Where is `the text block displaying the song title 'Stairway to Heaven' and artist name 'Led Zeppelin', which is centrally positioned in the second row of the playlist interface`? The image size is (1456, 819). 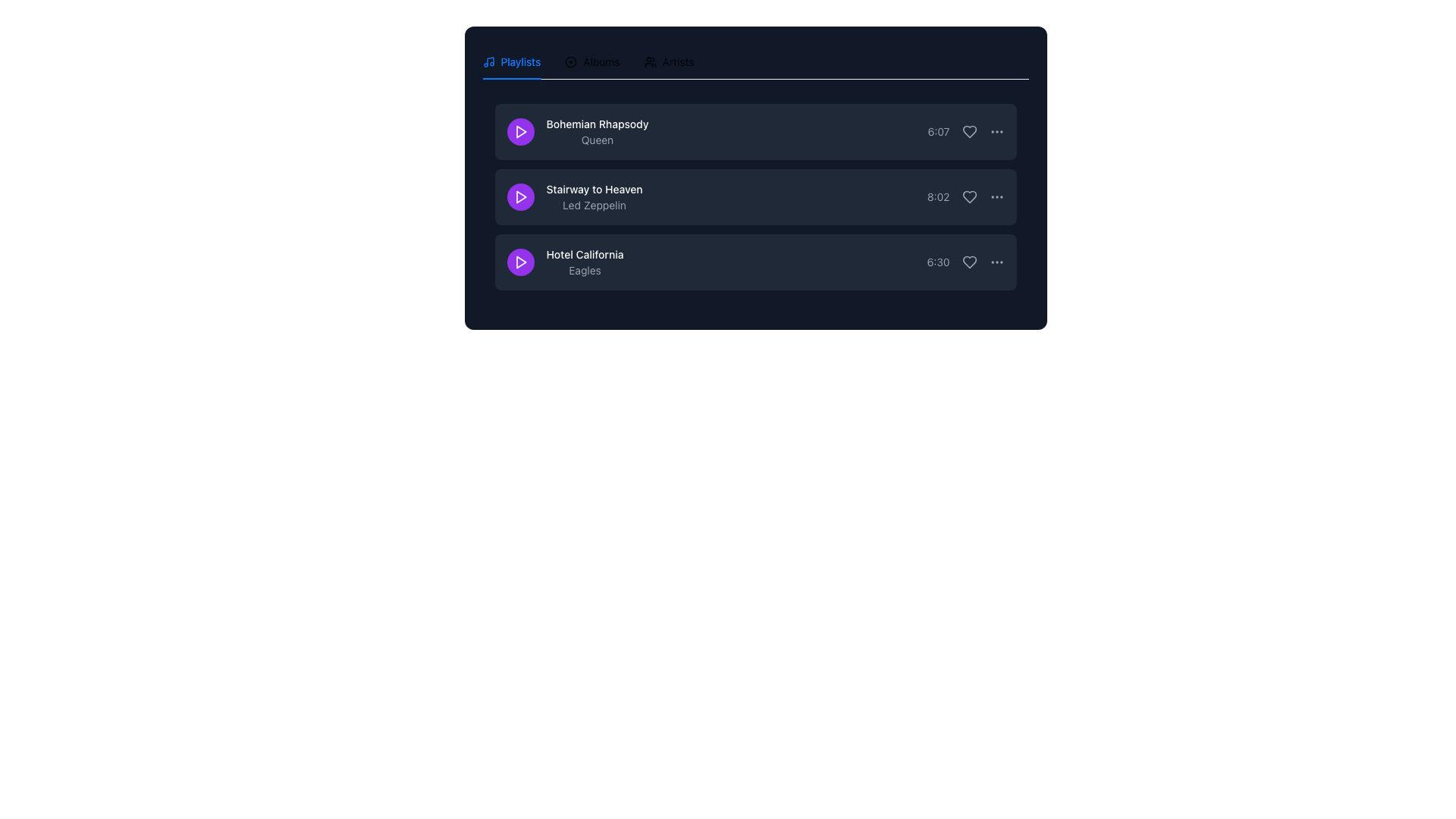 the text block displaying the song title 'Stairway to Heaven' and artist name 'Led Zeppelin', which is centrally positioned in the second row of the playlist interface is located at coordinates (593, 196).